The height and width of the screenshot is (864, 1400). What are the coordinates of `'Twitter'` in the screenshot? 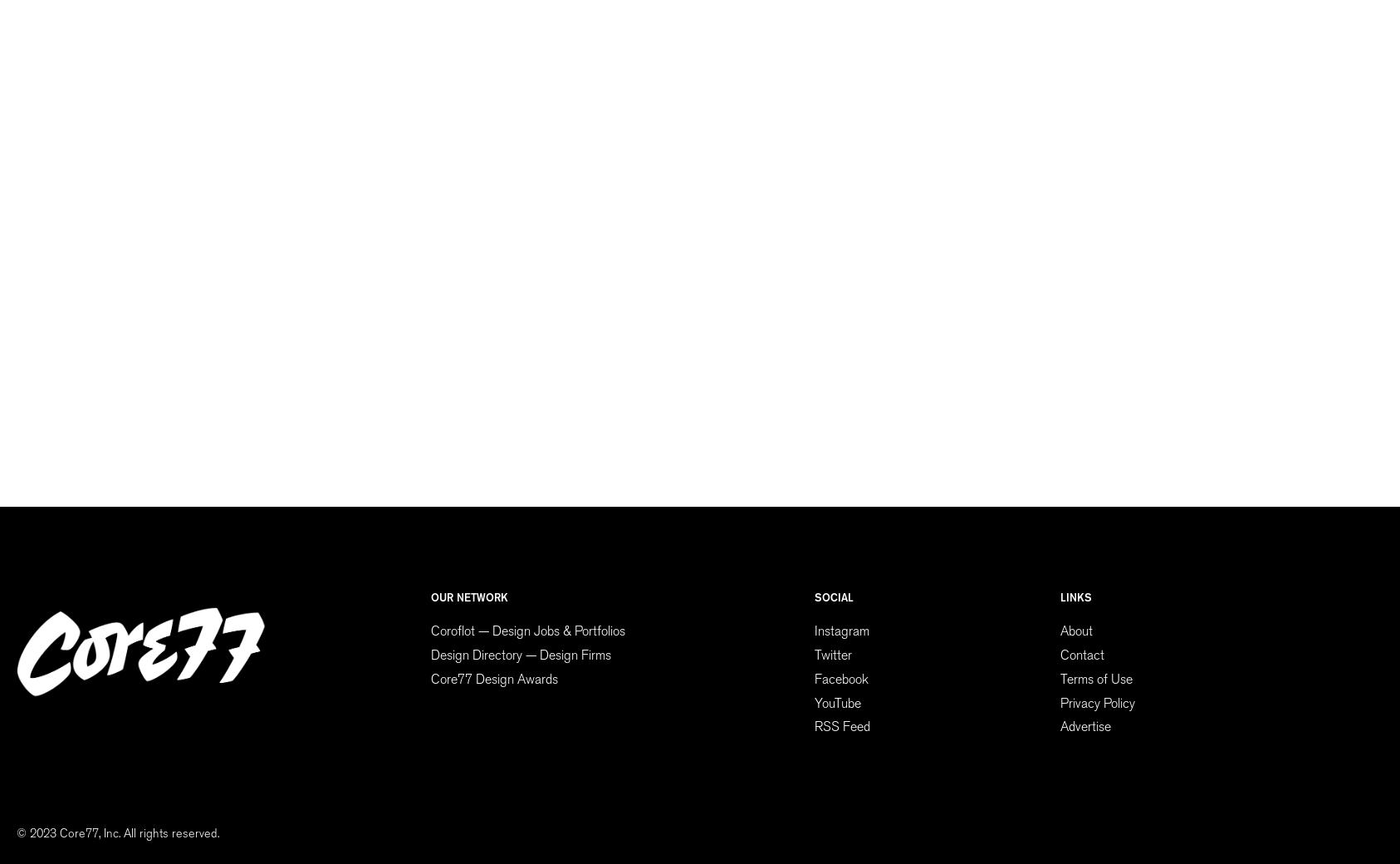 It's located at (833, 654).